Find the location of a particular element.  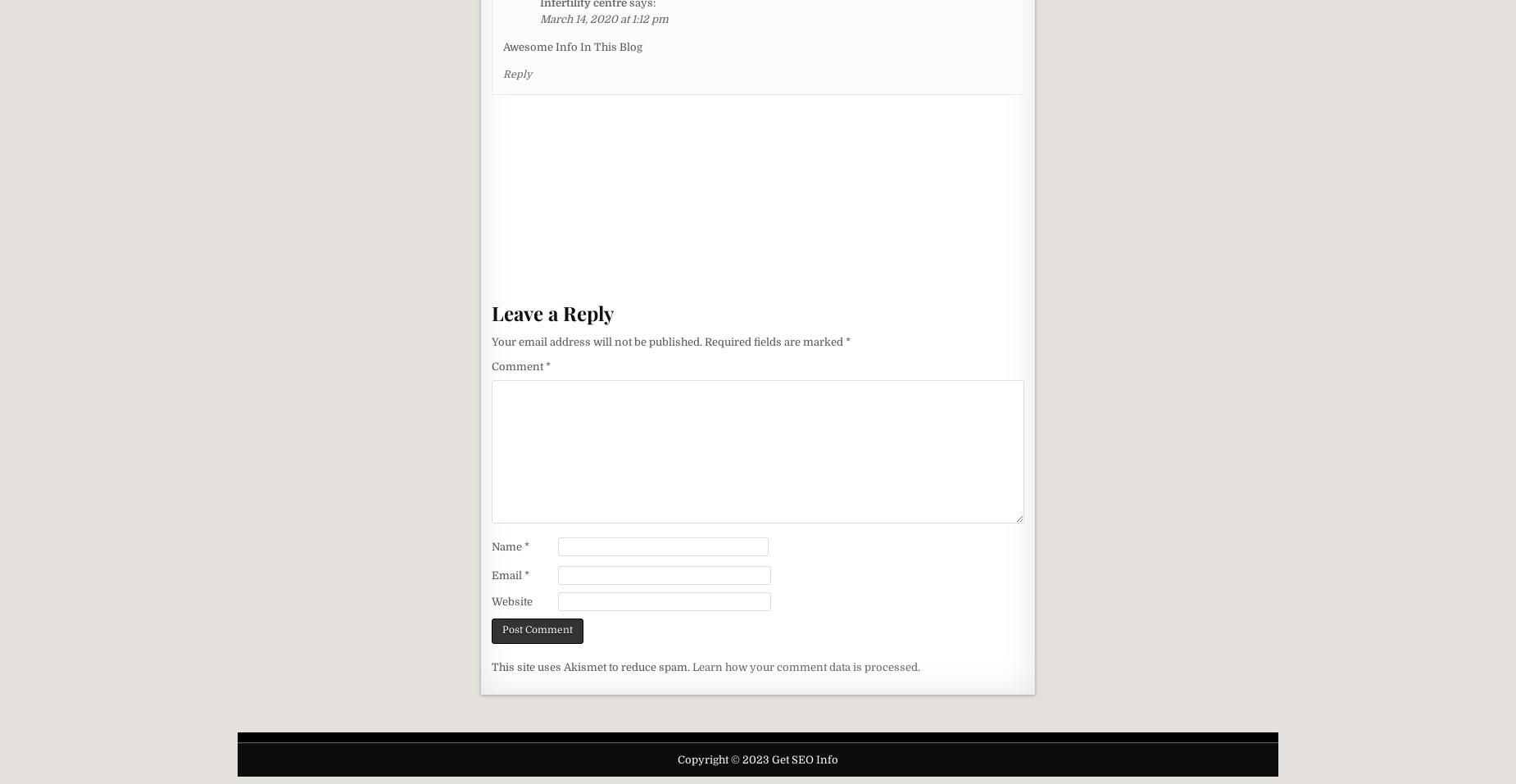

'Your email address will not be published.' is located at coordinates (597, 341).